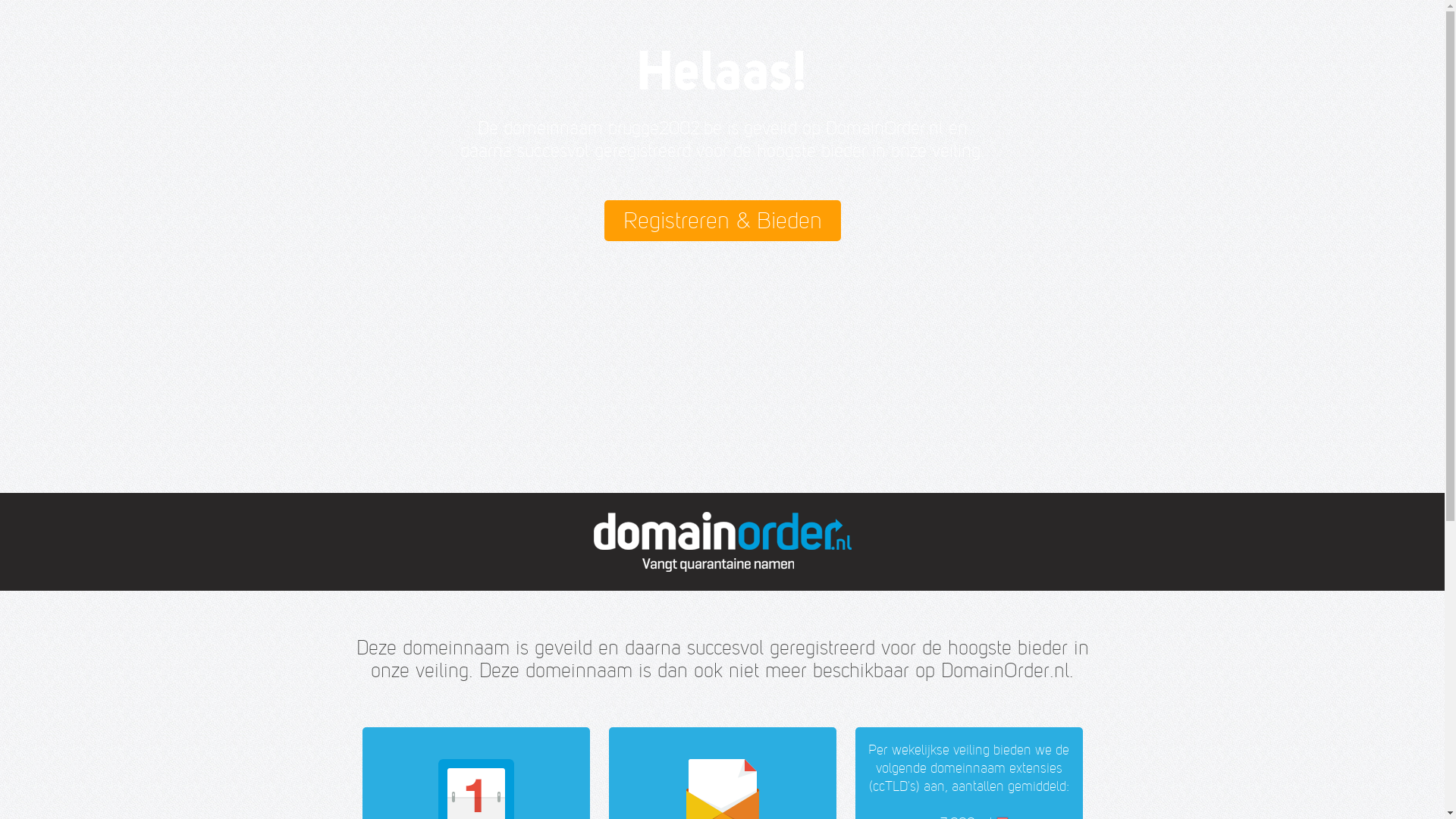  What do you see at coordinates (720, 220) in the screenshot?
I see `'Registreren & Bieden'` at bounding box center [720, 220].